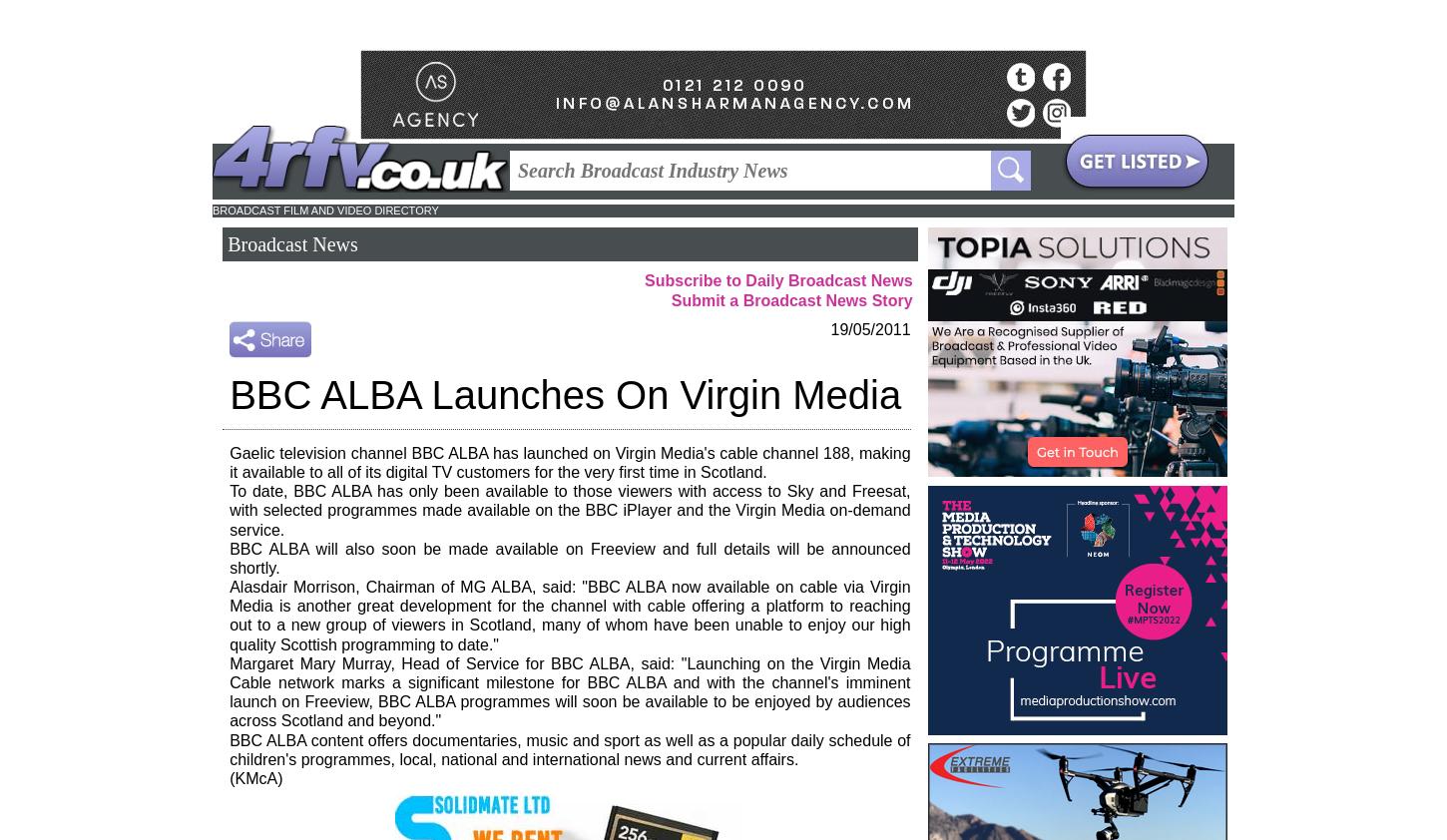 This screenshot has height=840, width=1447. What do you see at coordinates (777, 280) in the screenshot?
I see `'Subscribe to Daily Broadcast News'` at bounding box center [777, 280].